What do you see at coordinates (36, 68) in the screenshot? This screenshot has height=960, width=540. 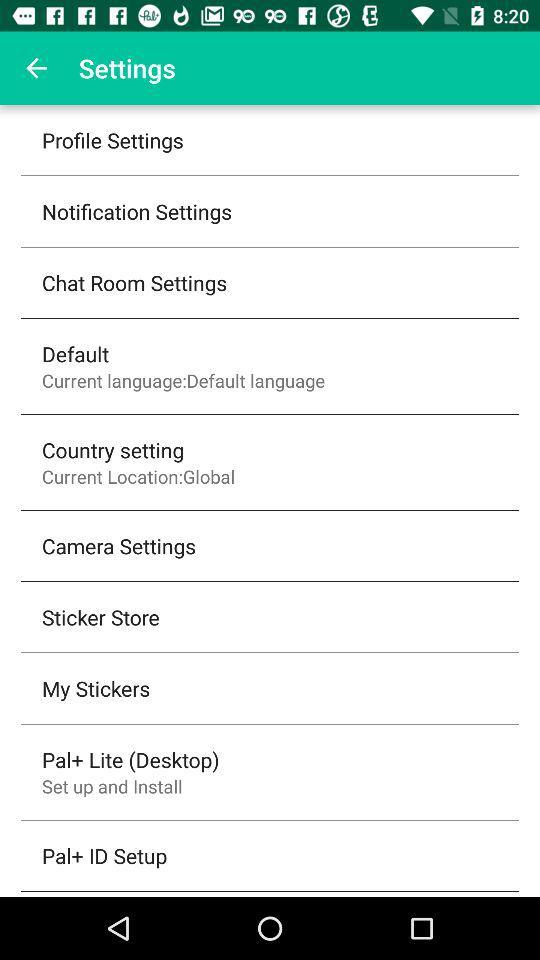 I see `the item next to settings` at bounding box center [36, 68].